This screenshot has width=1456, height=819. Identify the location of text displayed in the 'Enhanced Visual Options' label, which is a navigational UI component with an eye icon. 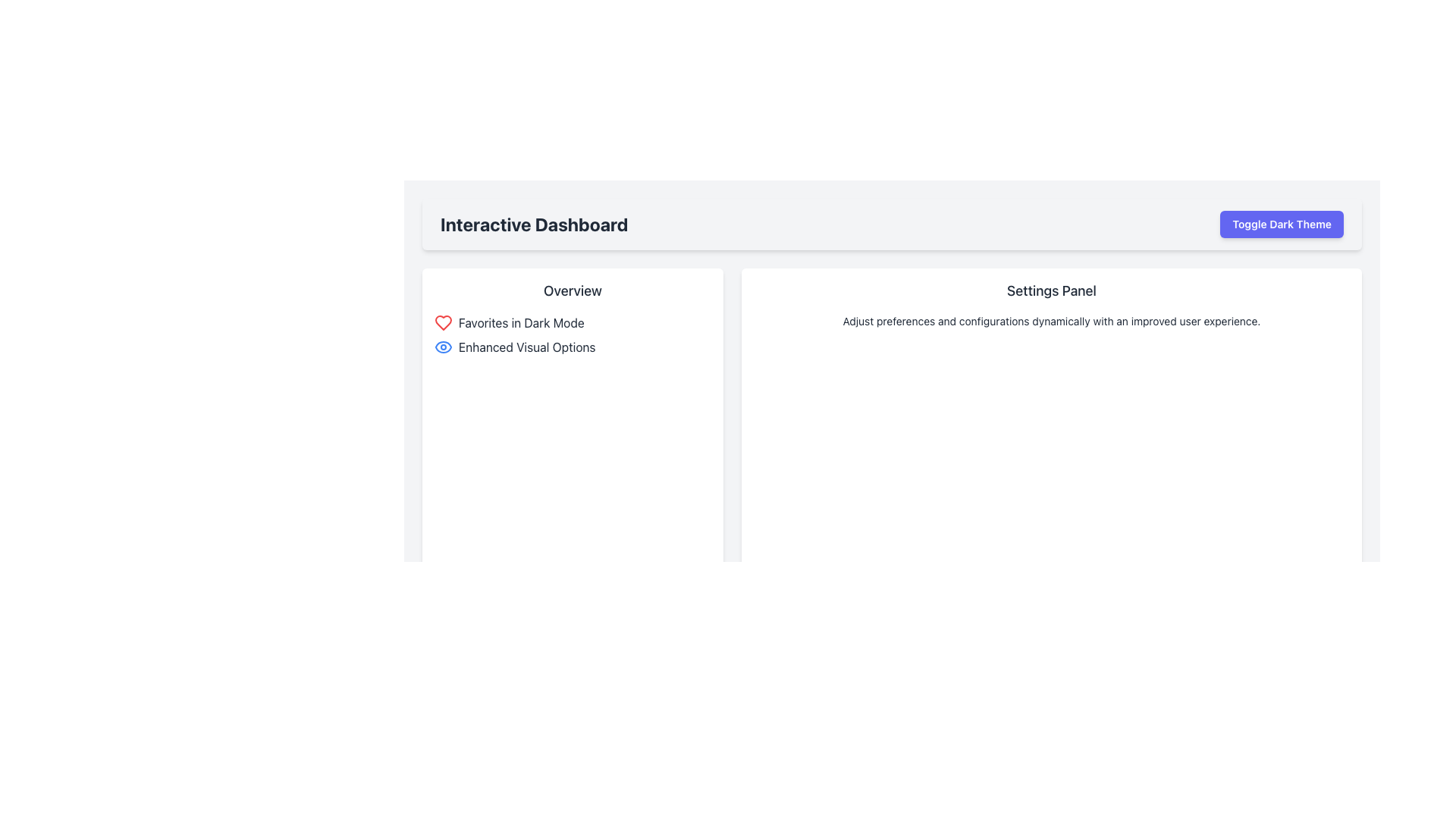
(572, 347).